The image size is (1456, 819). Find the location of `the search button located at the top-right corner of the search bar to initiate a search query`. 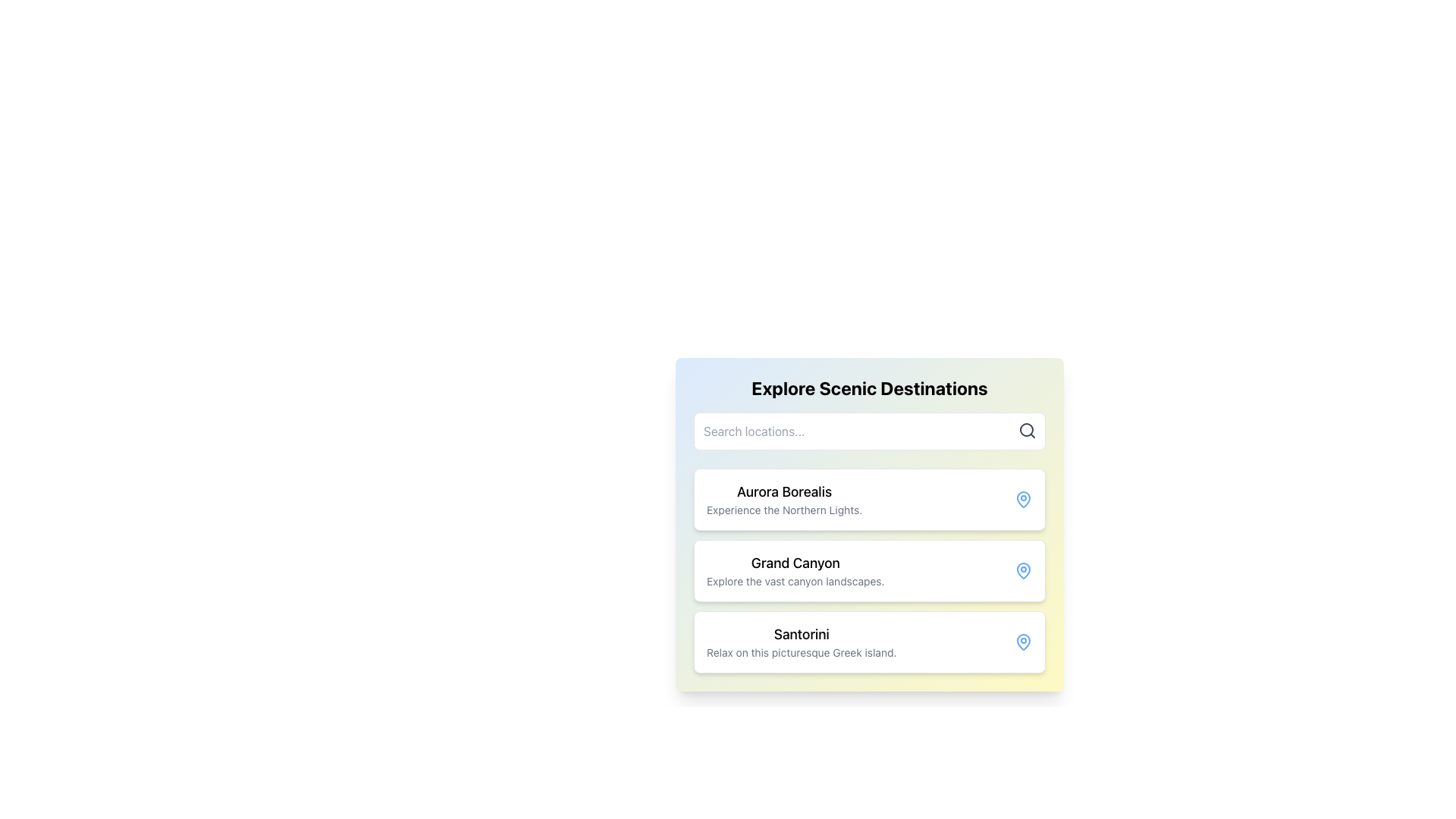

the search button located at the top-right corner of the search bar to initiate a search query is located at coordinates (1027, 430).